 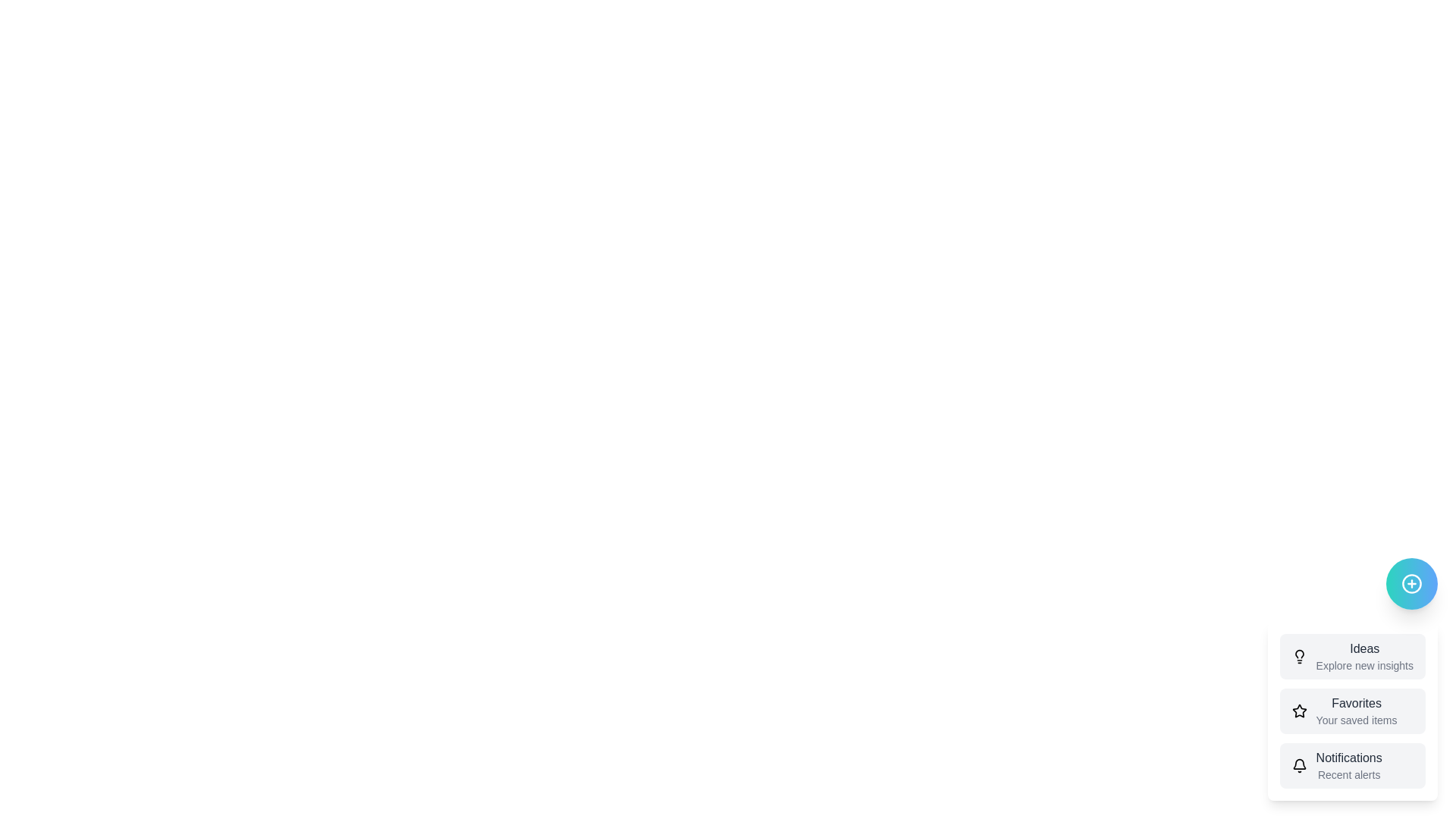 What do you see at coordinates (1298, 711) in the screenshot?
I see `the star-shaped icon with a hollow design and distinctive border, located within the Favorites button in the right-side menu` at bounding box center [1298, 711].